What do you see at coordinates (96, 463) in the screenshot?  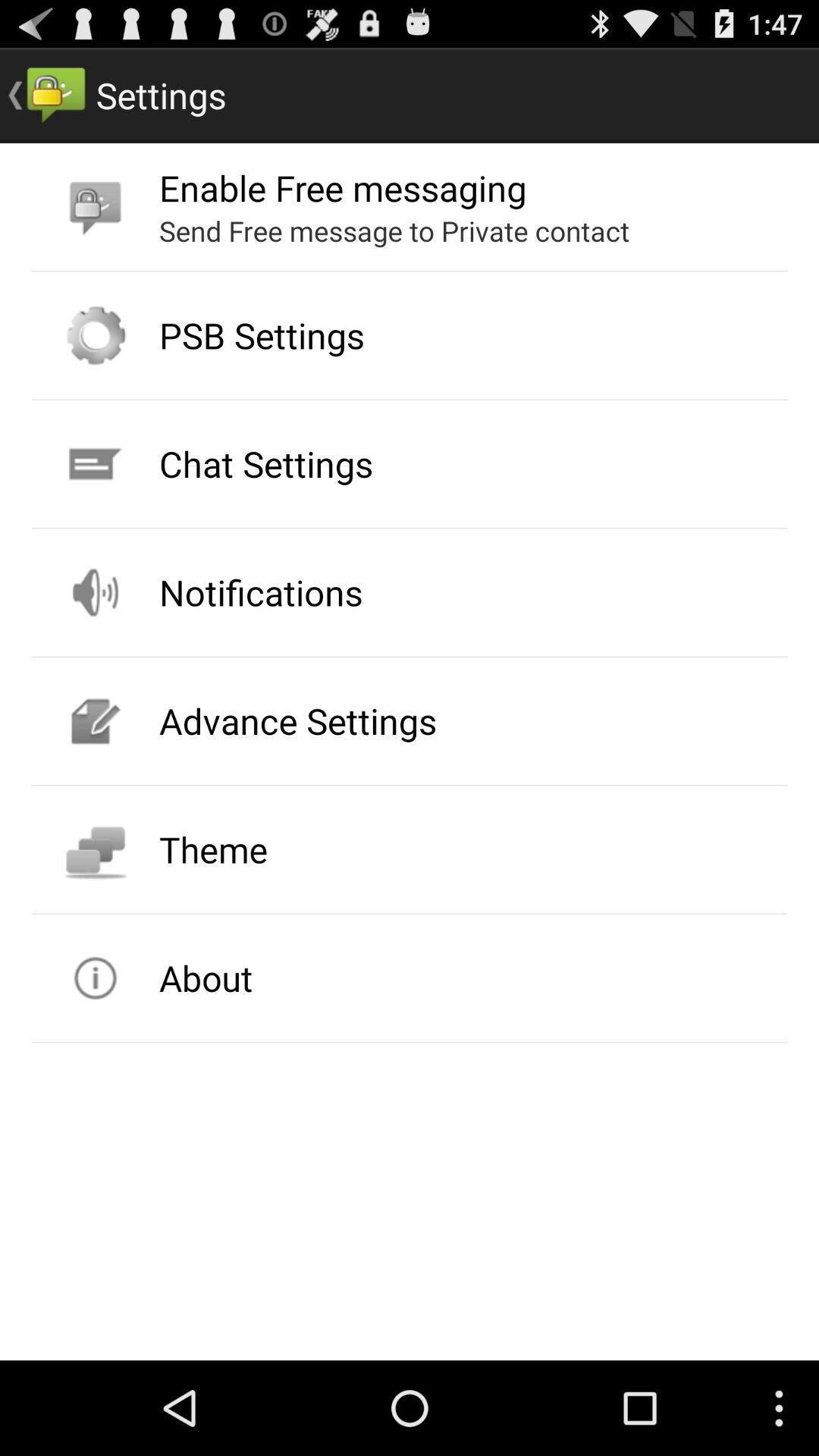 I see `the icon beside chat settings` at bounding box center [96, 463].